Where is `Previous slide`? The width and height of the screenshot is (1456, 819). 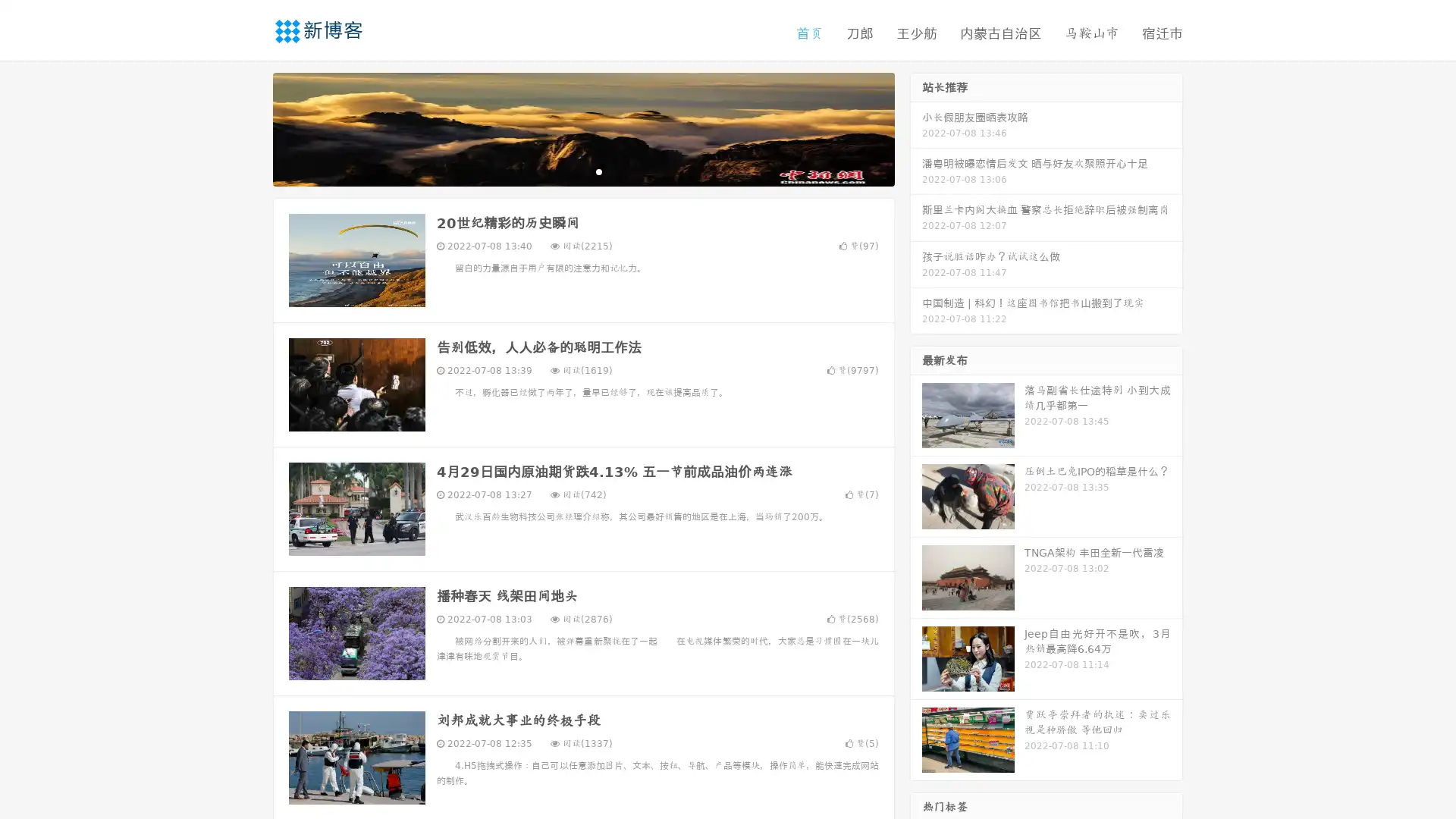 Previous slide is located at coordinates (250, 127).